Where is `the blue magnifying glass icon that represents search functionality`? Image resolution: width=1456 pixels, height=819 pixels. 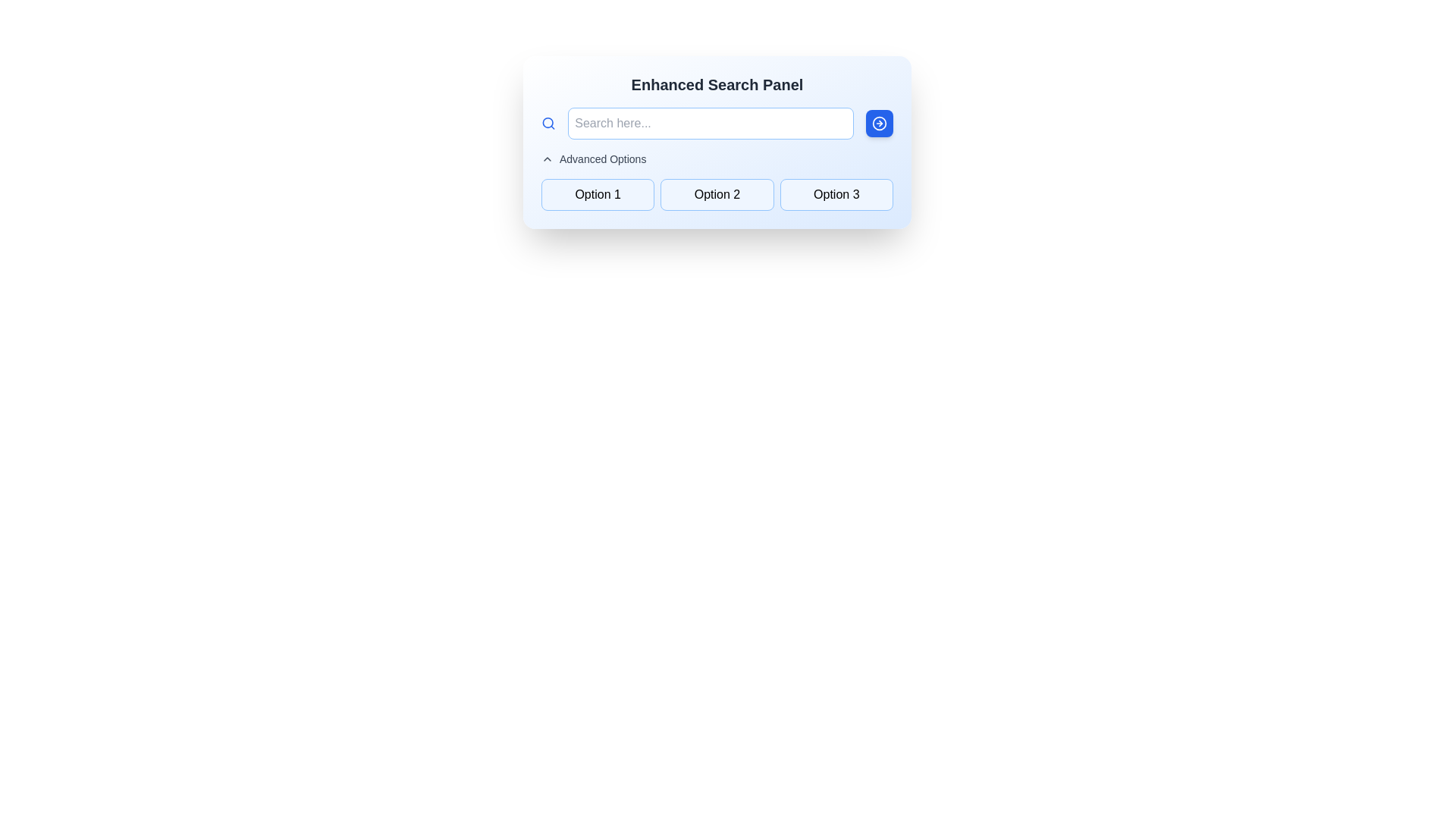
the blue magnifying glass icon that represents search functionality is located at coordinates (548, 122).